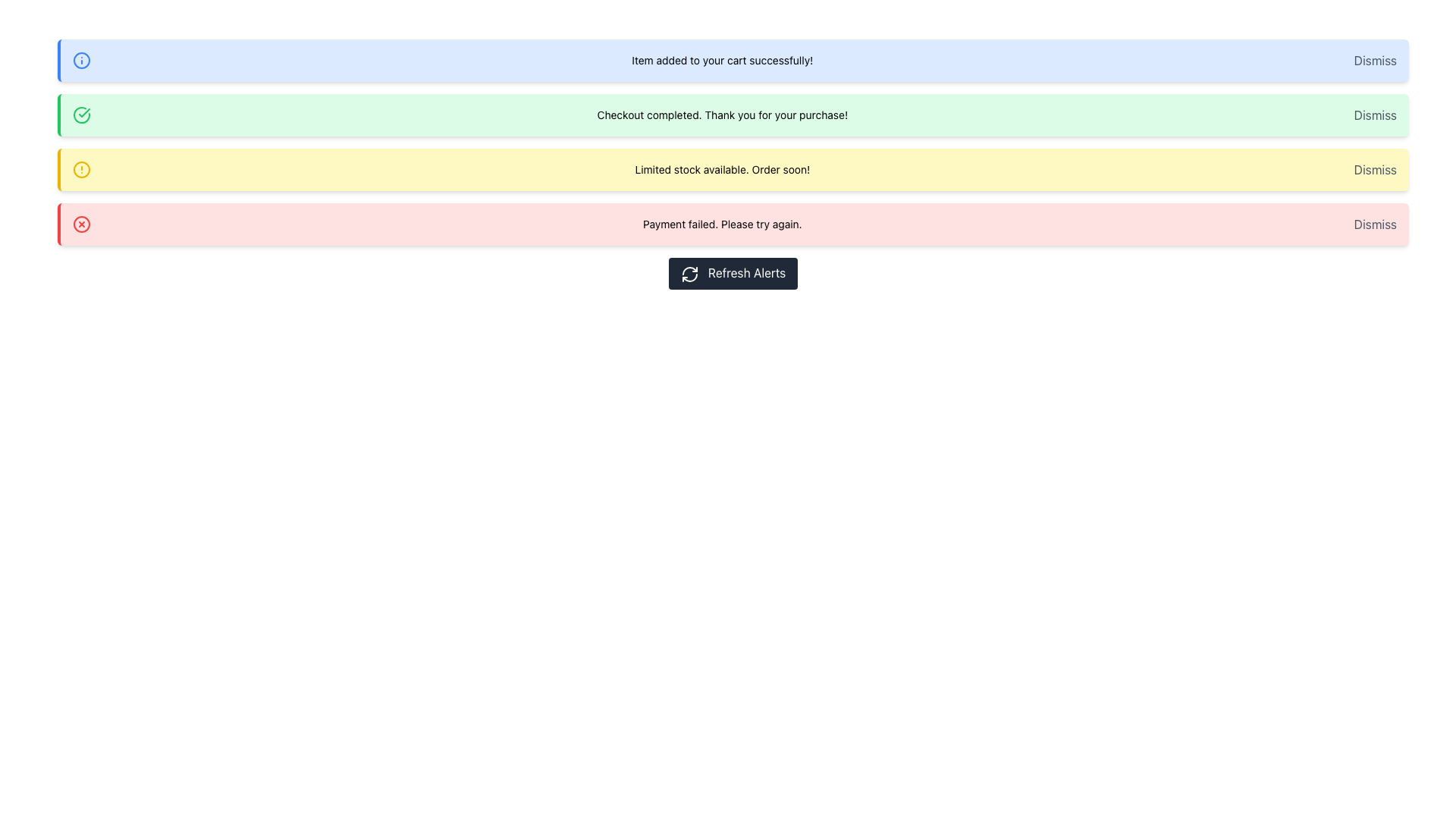 The width and height of the screenshot is (1456, 819). Describe the element at coordinates (721, 224) in the screenshot. I see `the static text element that displays the message 'Payment failed. Please try again.' which is located within the fourth notification of a stack of alerts` at that location.